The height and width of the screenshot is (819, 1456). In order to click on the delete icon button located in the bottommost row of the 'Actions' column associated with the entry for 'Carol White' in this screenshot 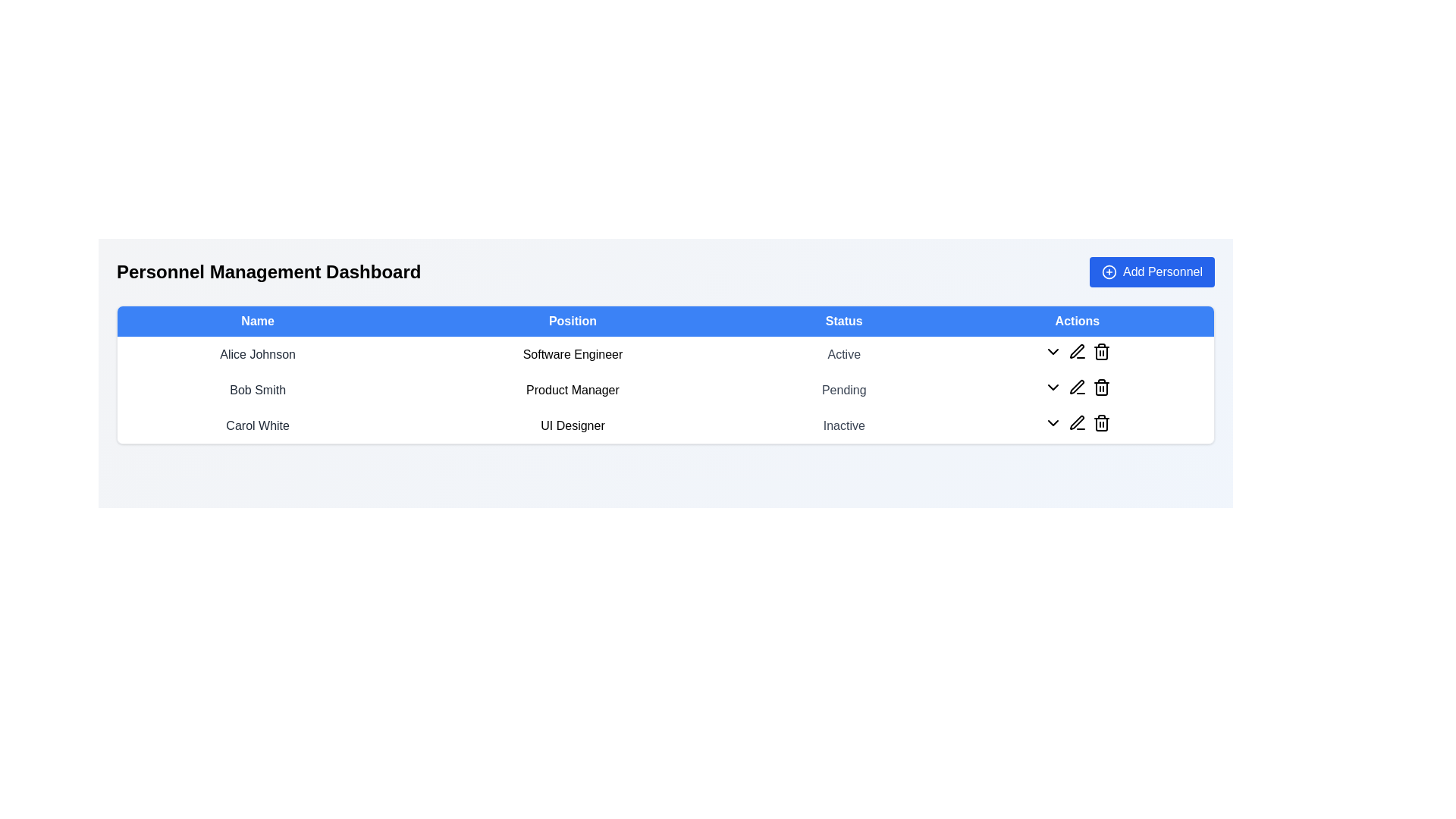, I will do `click(1101, 423)`.